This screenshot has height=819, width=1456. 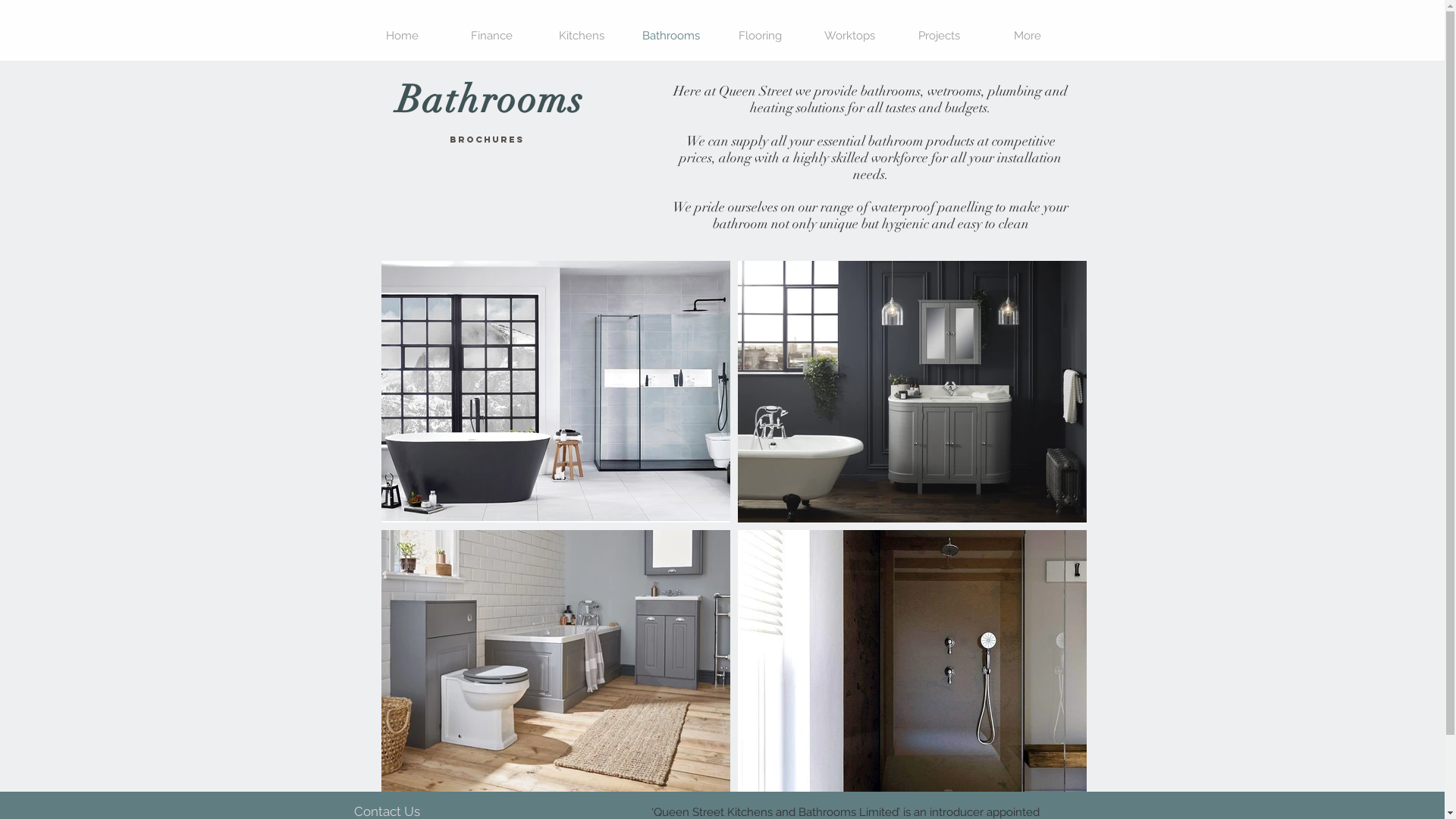 What do you see at coordinates (761, 35) in the screenshot?
I see `'Flooring'` at bounding box center [761, 35].